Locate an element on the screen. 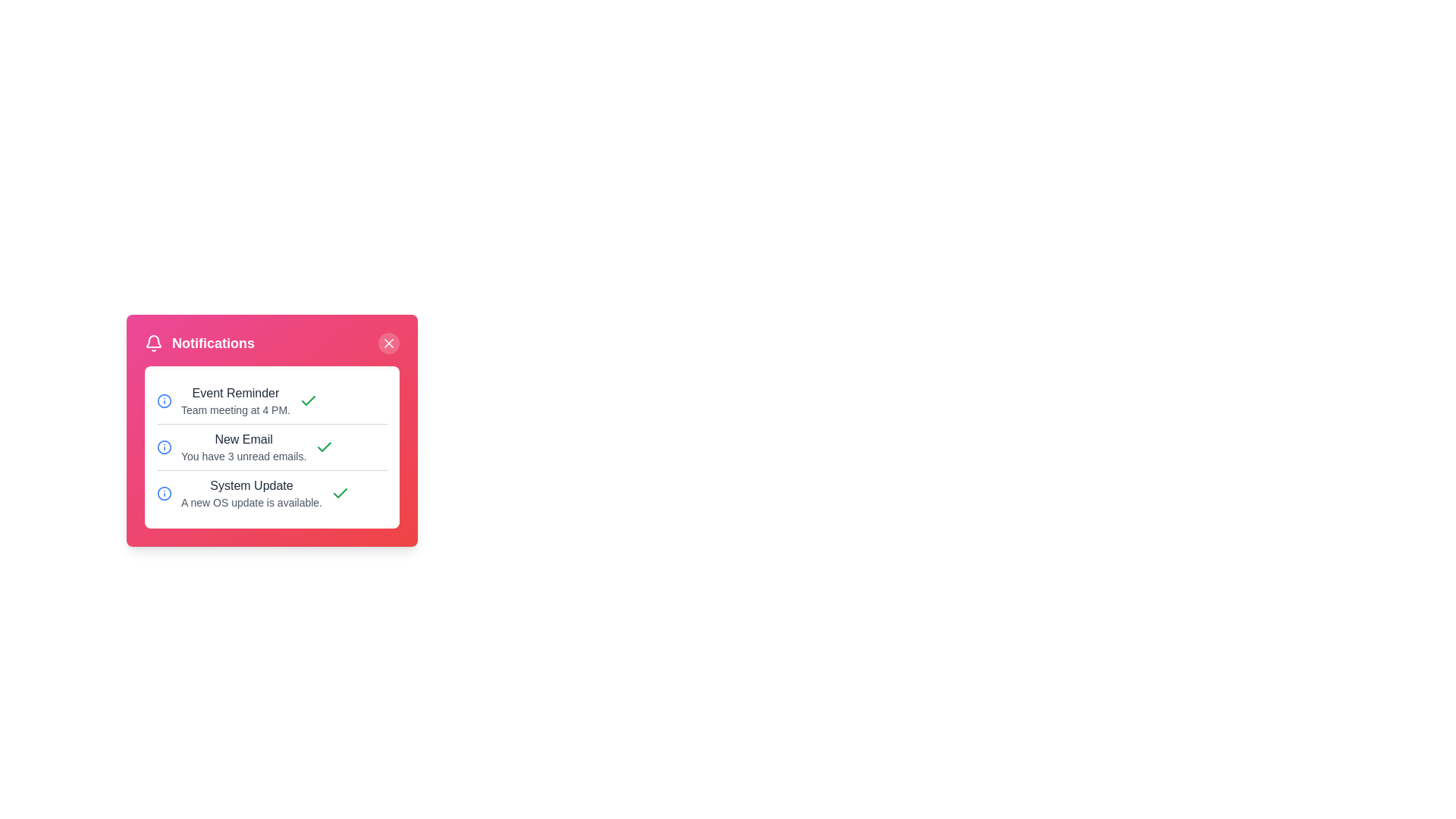  the Notification entry that notifies the user about new email messages, positioned second in a vertical list of three notifications is located at coordinates (272, 446).